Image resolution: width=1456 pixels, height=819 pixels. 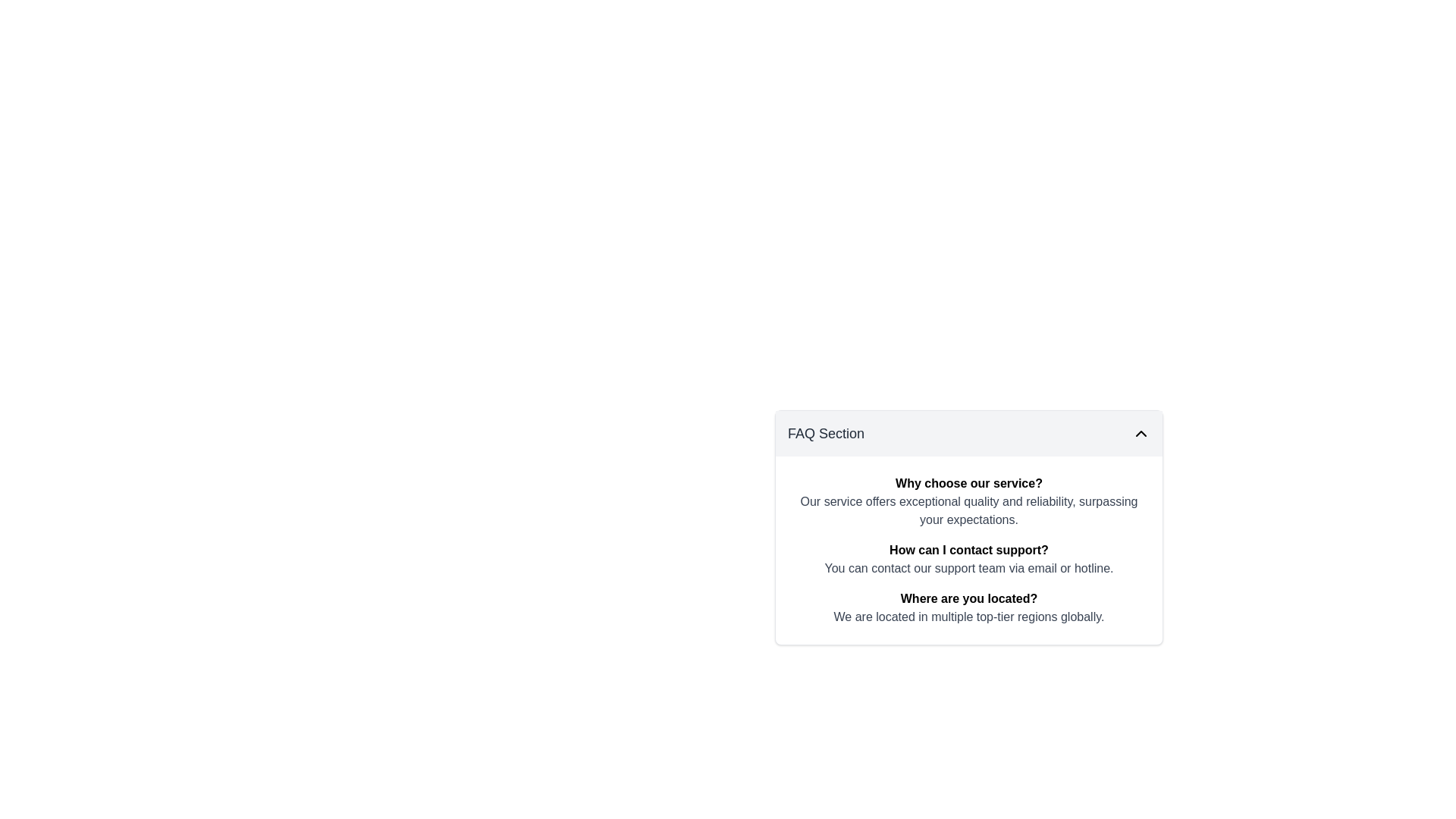 What do you see at coordinates (968, 511) in the screenshot?
I see `text block styled in gray located directly below the bold heading 'Why choose our service?' in the FAQ section` at bounding box center [968, 511].